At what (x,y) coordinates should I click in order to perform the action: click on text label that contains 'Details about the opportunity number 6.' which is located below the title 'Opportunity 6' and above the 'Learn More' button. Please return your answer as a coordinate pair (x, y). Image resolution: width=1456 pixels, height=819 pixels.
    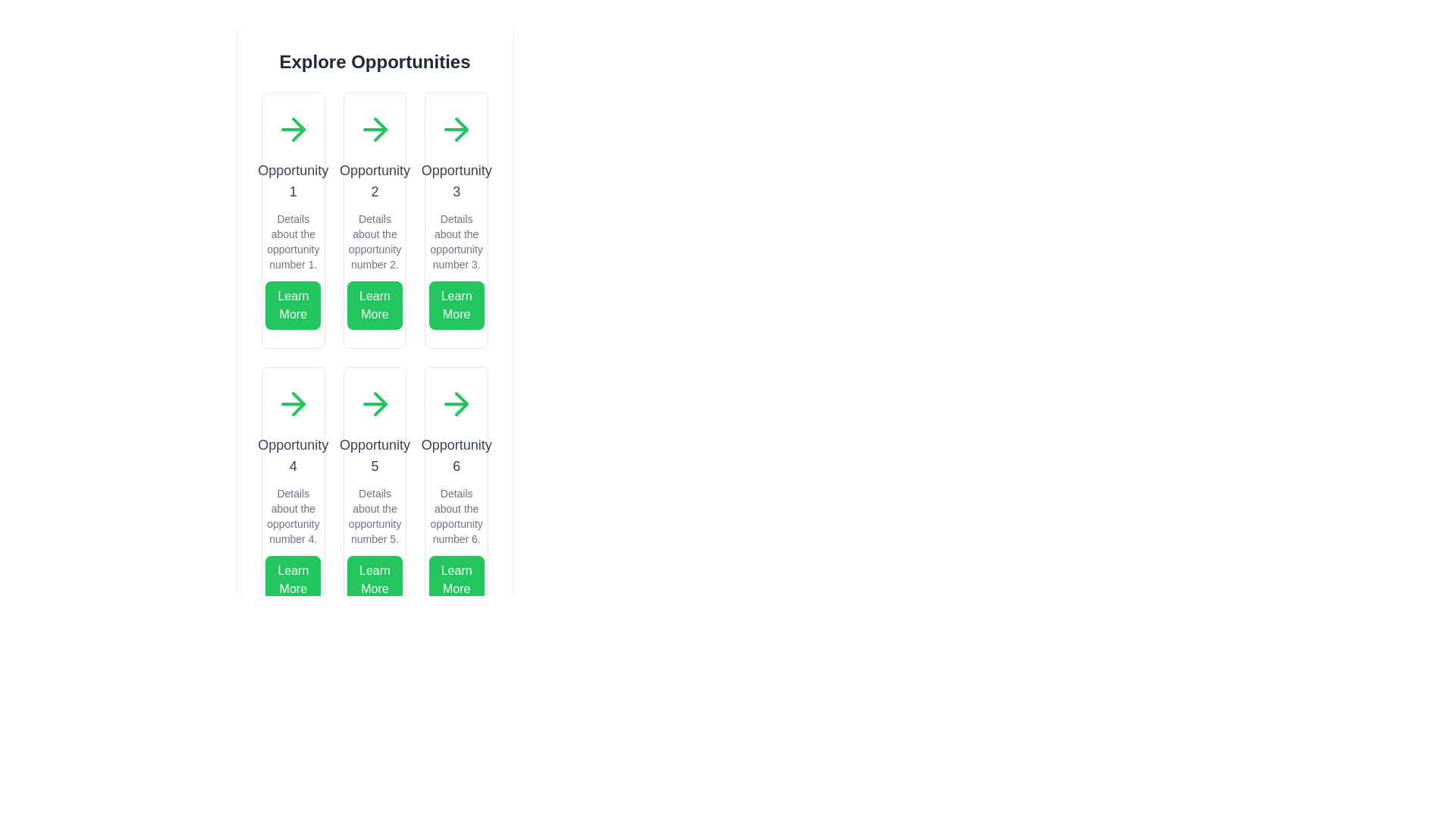
    Looking at the image, I should click on (456, 516).